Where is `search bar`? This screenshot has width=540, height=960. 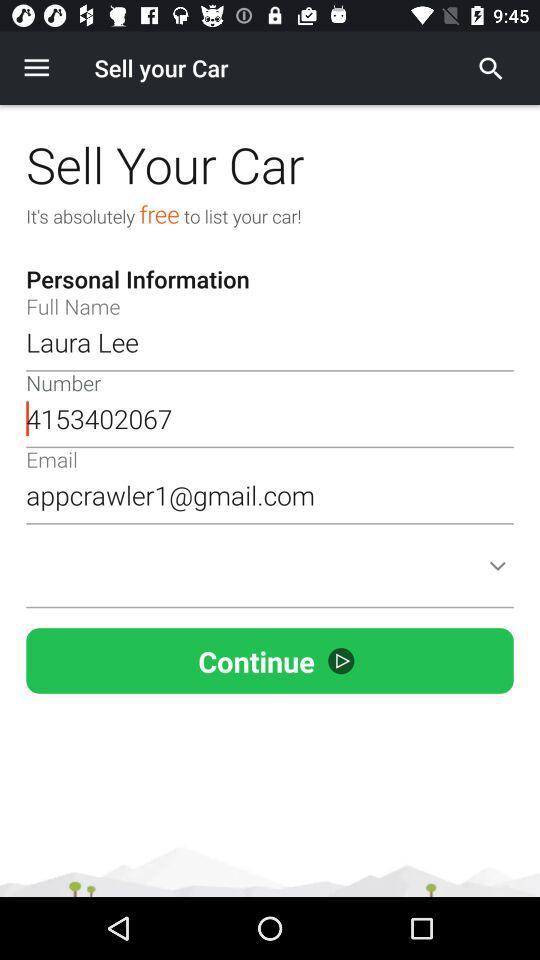
search bar is located at coordinates (490, 68).